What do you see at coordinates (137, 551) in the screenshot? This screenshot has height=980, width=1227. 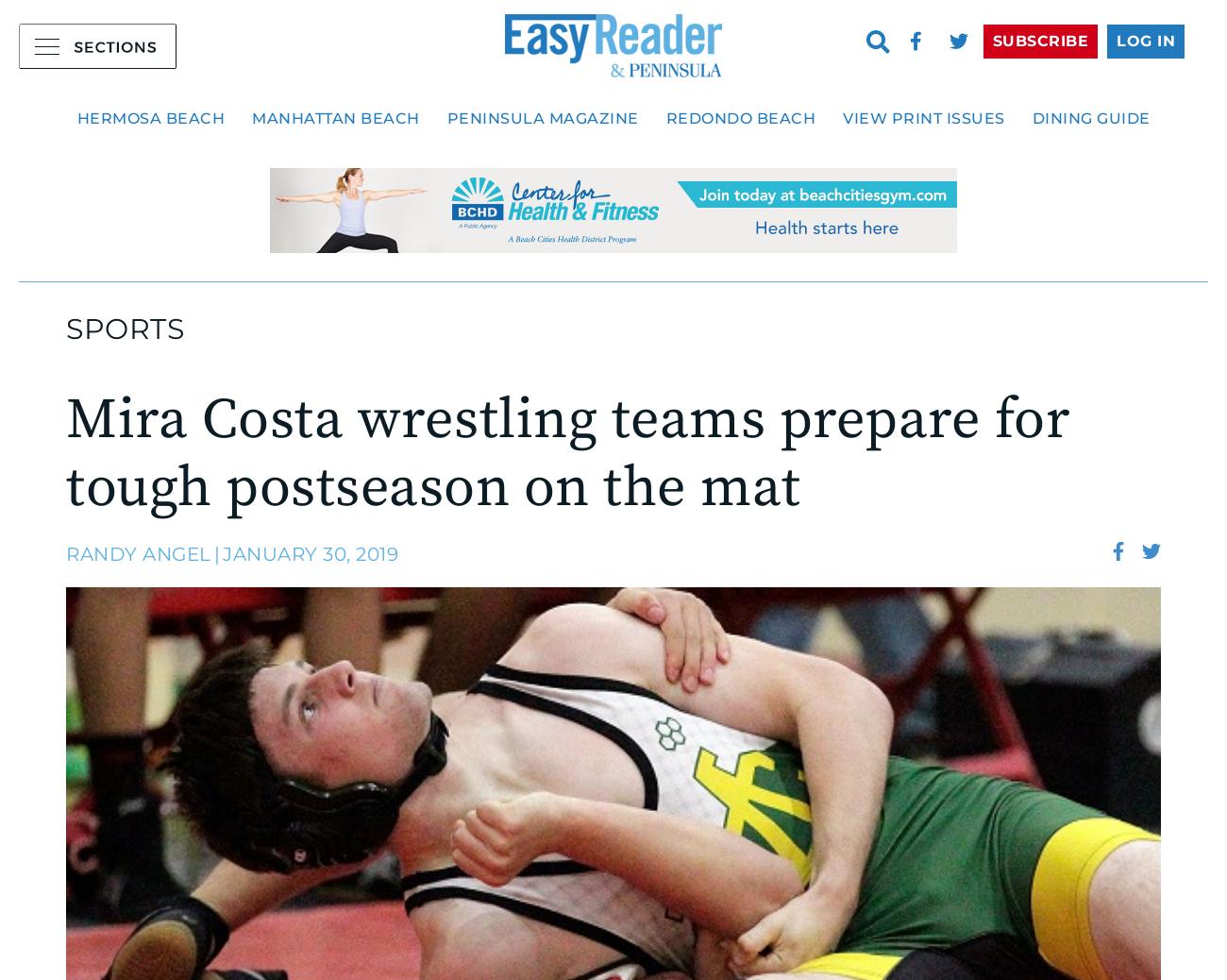 I see `'Randy Angel'` at bounding box center [137, 551].